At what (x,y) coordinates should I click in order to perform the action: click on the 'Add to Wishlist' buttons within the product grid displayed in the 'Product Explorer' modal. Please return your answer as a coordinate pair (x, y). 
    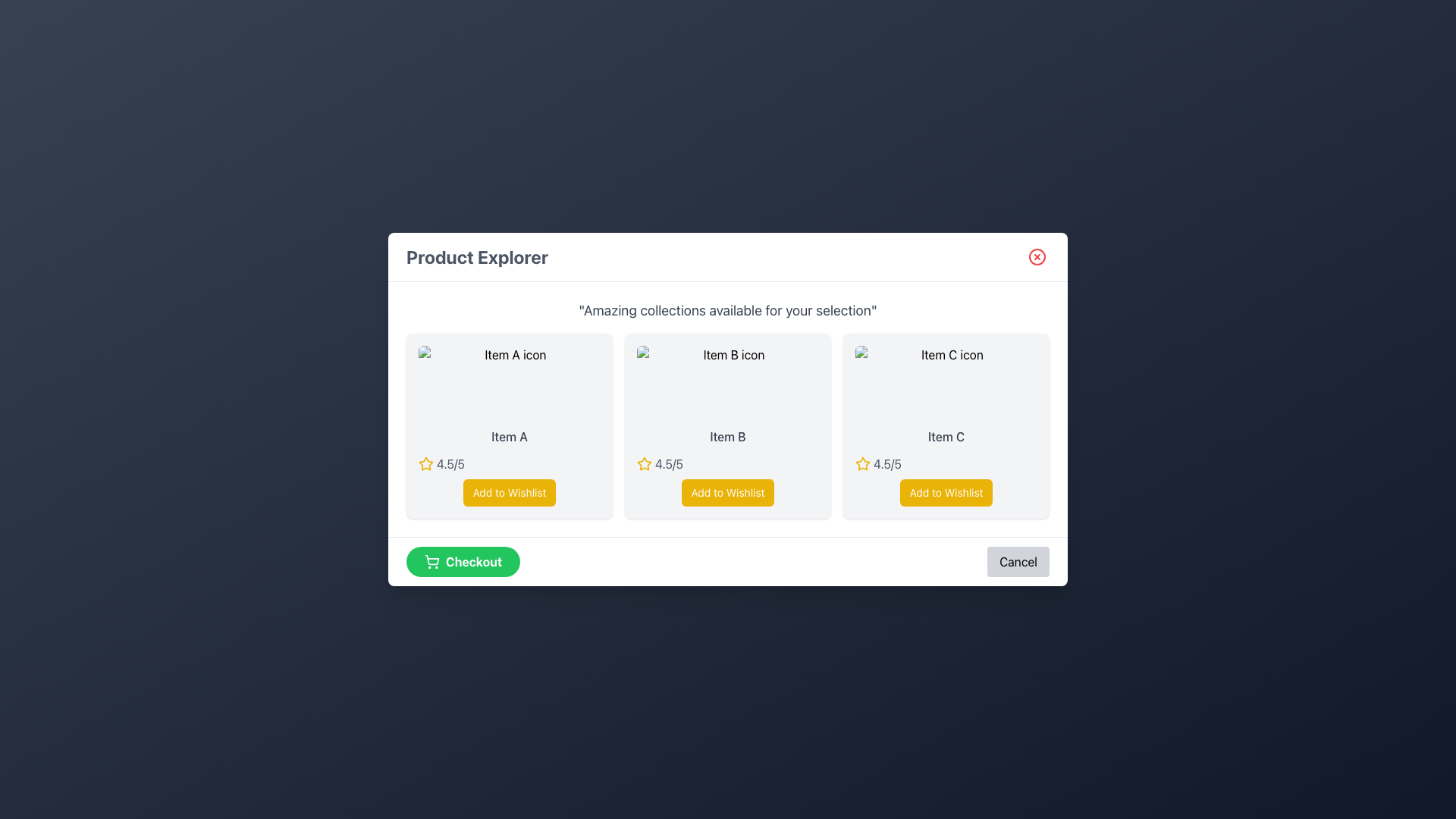
    Looking at the image, I should click on (728, 409).